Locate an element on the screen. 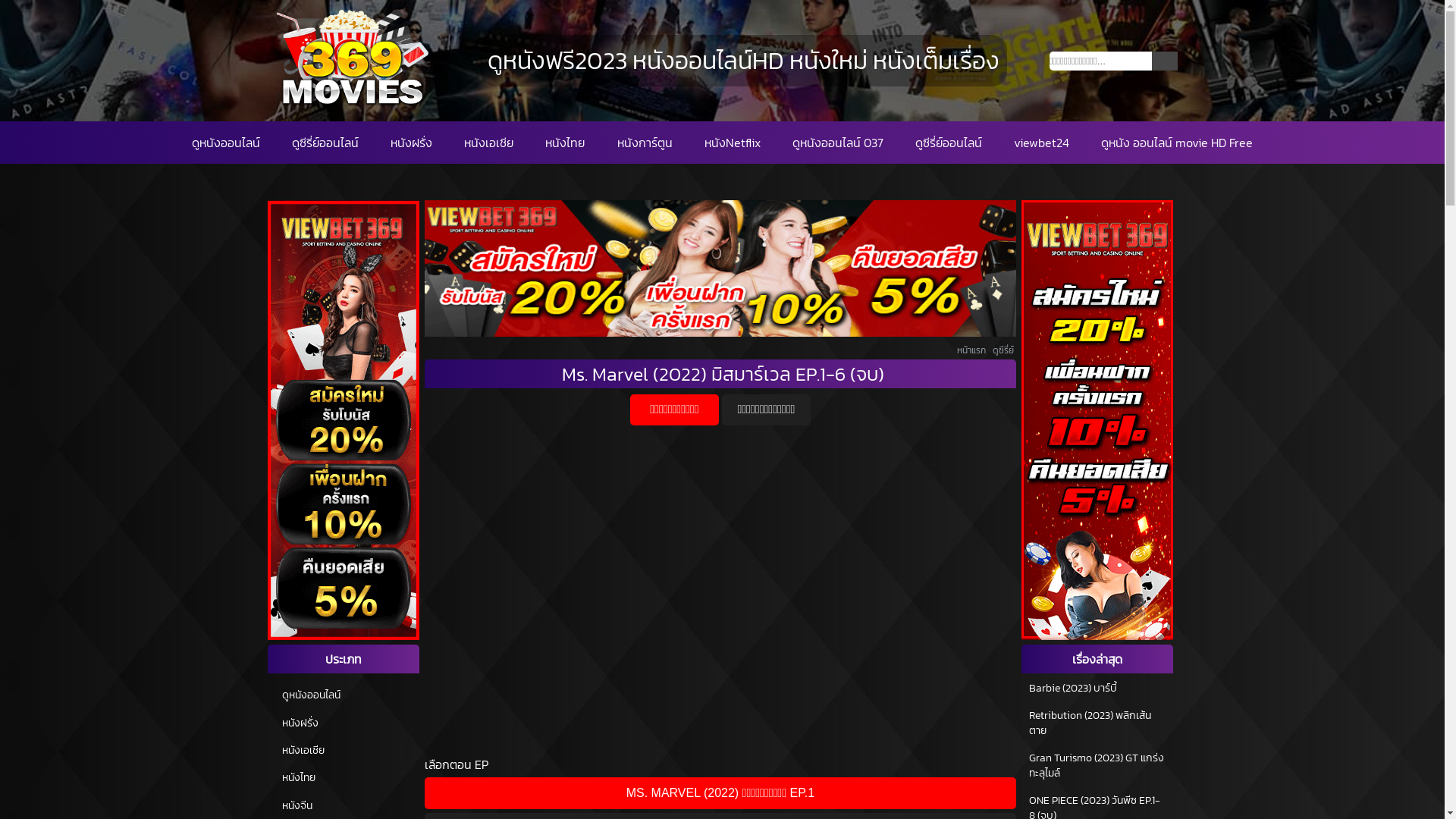  'viewbet24' is located at coordinates (1014, 143).